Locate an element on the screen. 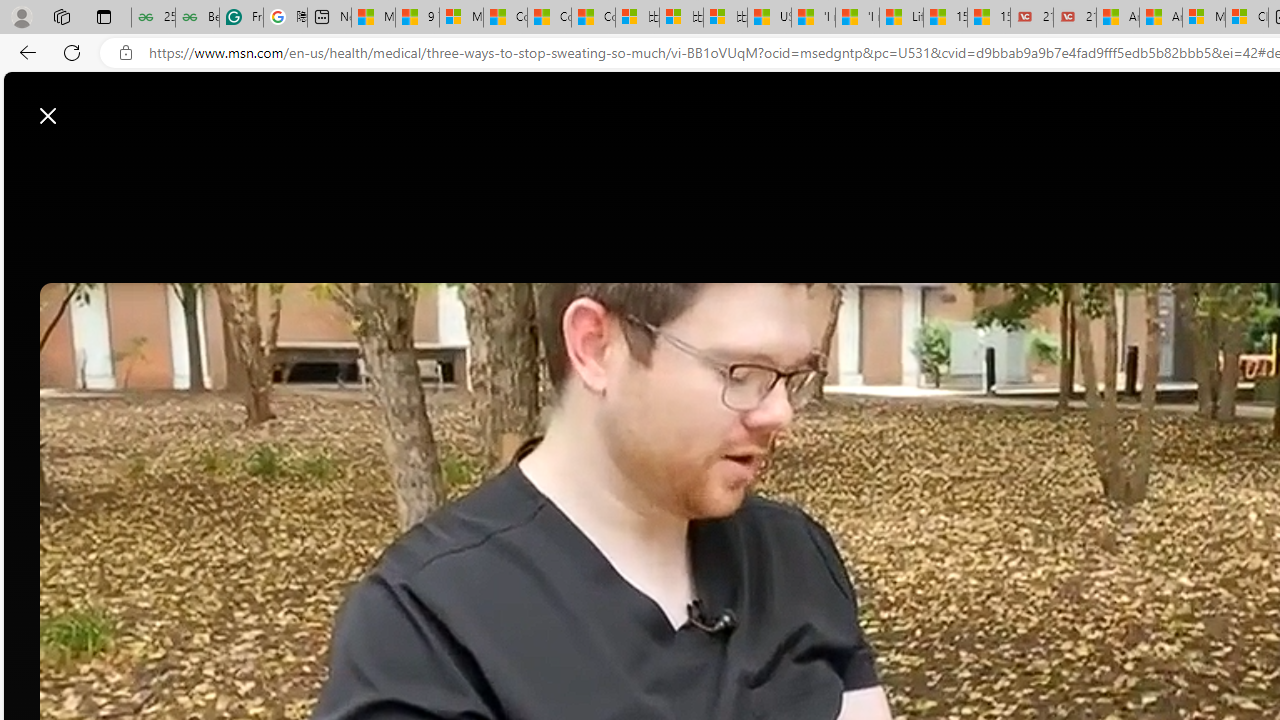 The height and width of the screenshot is (720, 1280). 'Best SSL Certificates Provider in India - GeeksforGeeks' is located at coordinates (197, 17).